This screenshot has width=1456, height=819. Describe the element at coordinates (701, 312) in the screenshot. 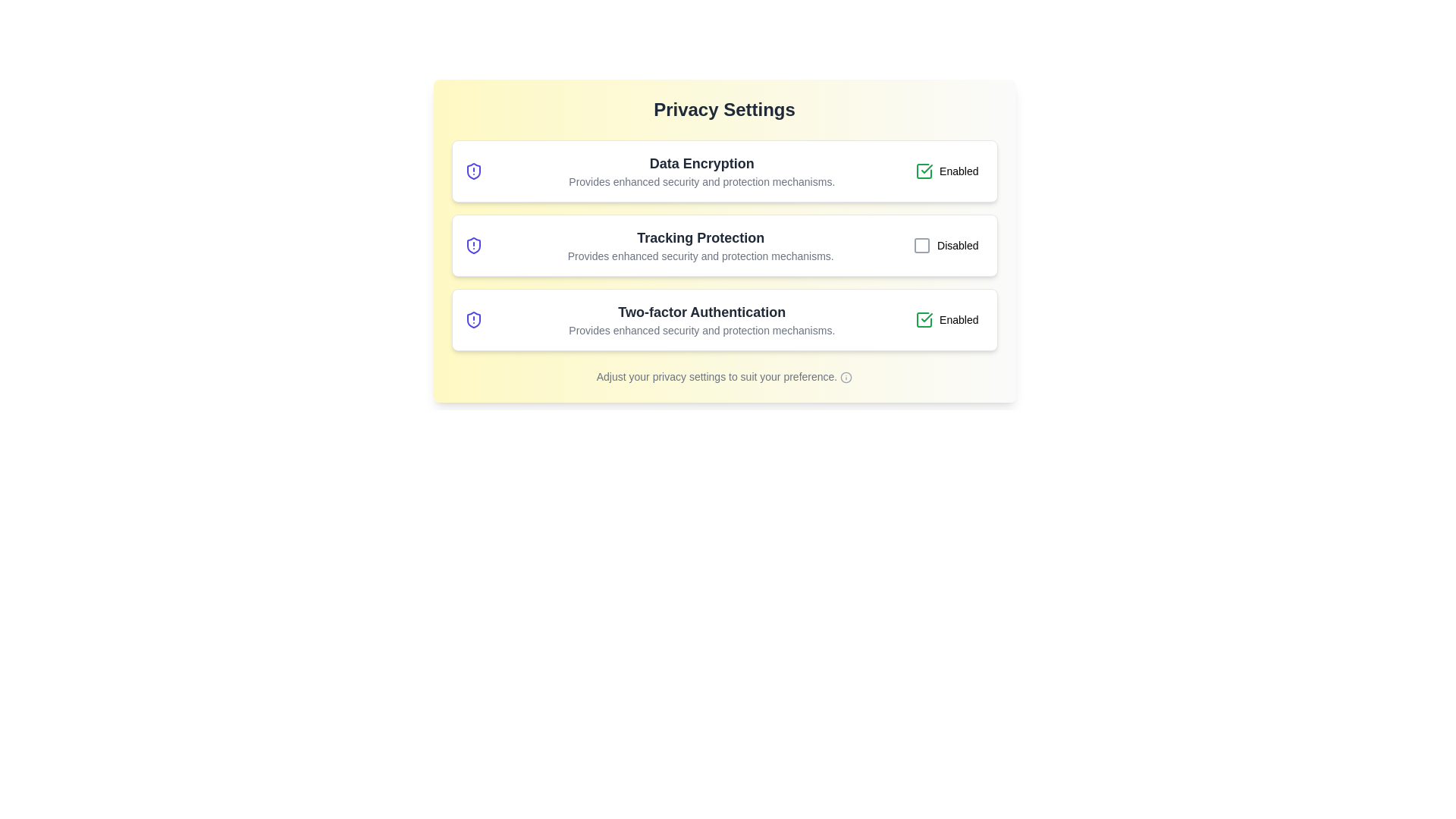

I see `the primary title label in the 'Two-factor Authentication' section of the Privacy Settings interface, which describes the feature` at that location.